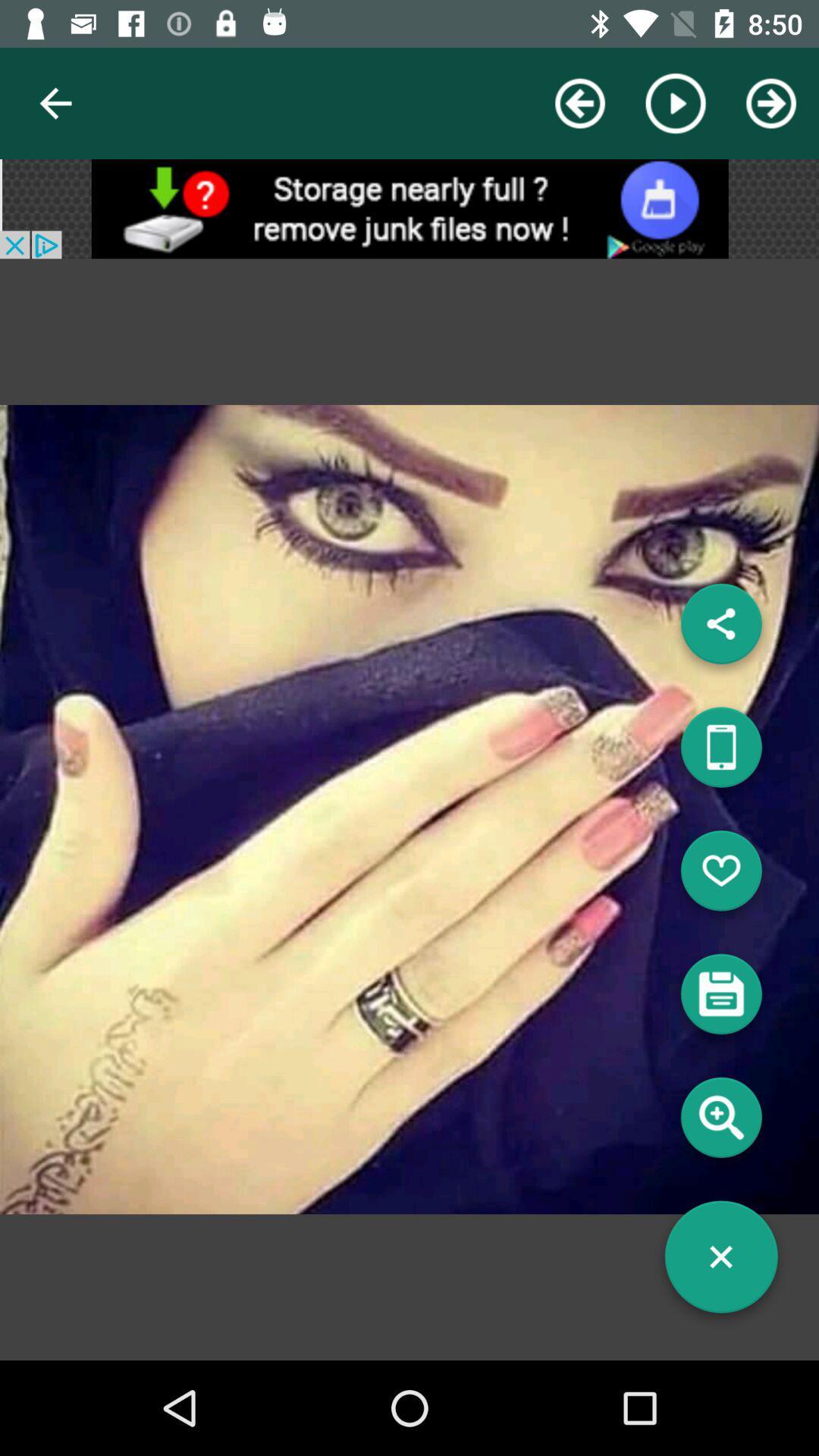  I want to click on the favorite icon, so click(720, 877).